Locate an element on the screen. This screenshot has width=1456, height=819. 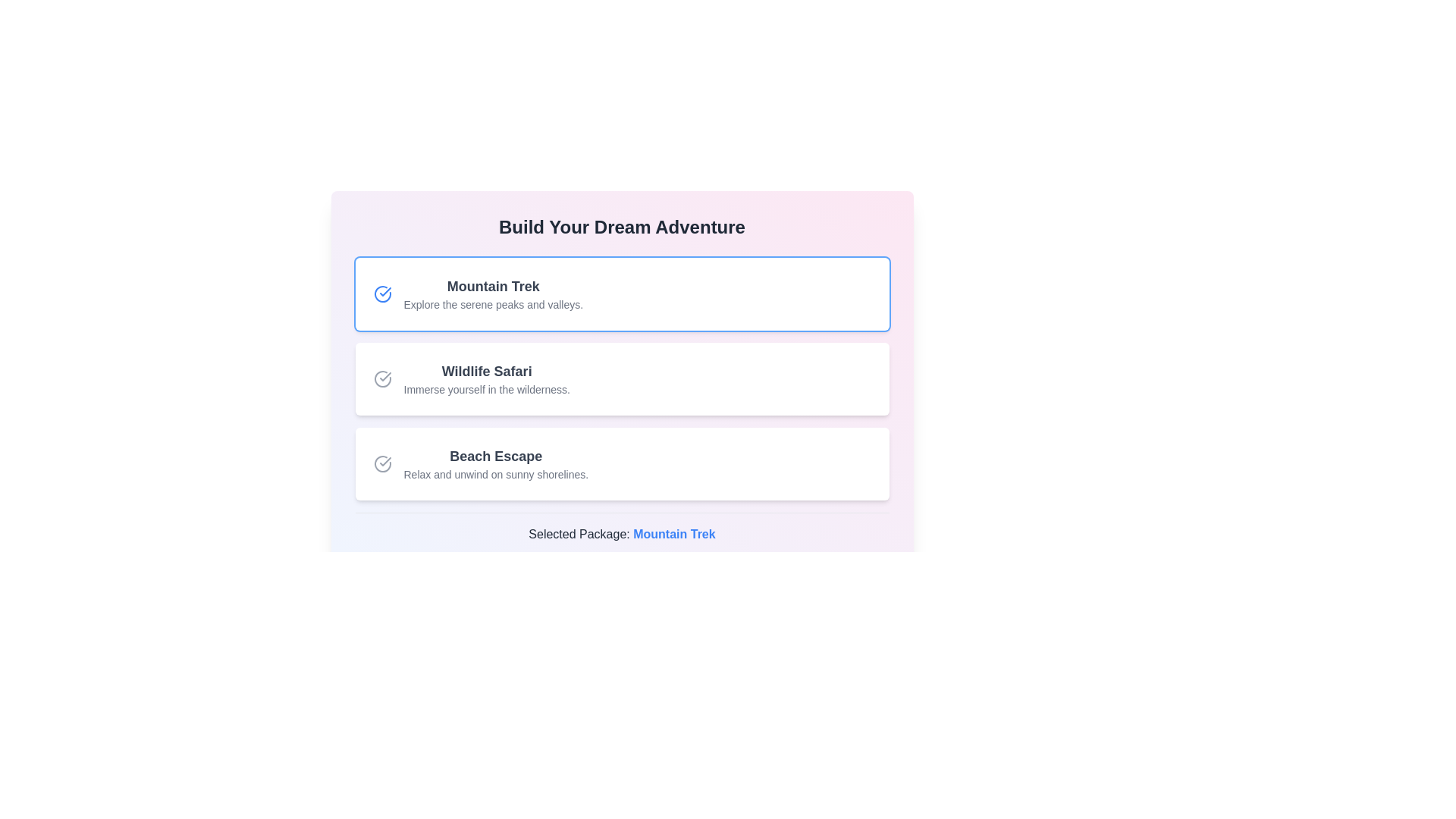
checkmark icon SVG element, which is styled with a gray stroke and located next to the 'Mountain Trek' text in the first selection option, for debugging purposes is located at coordinates (385, 461).